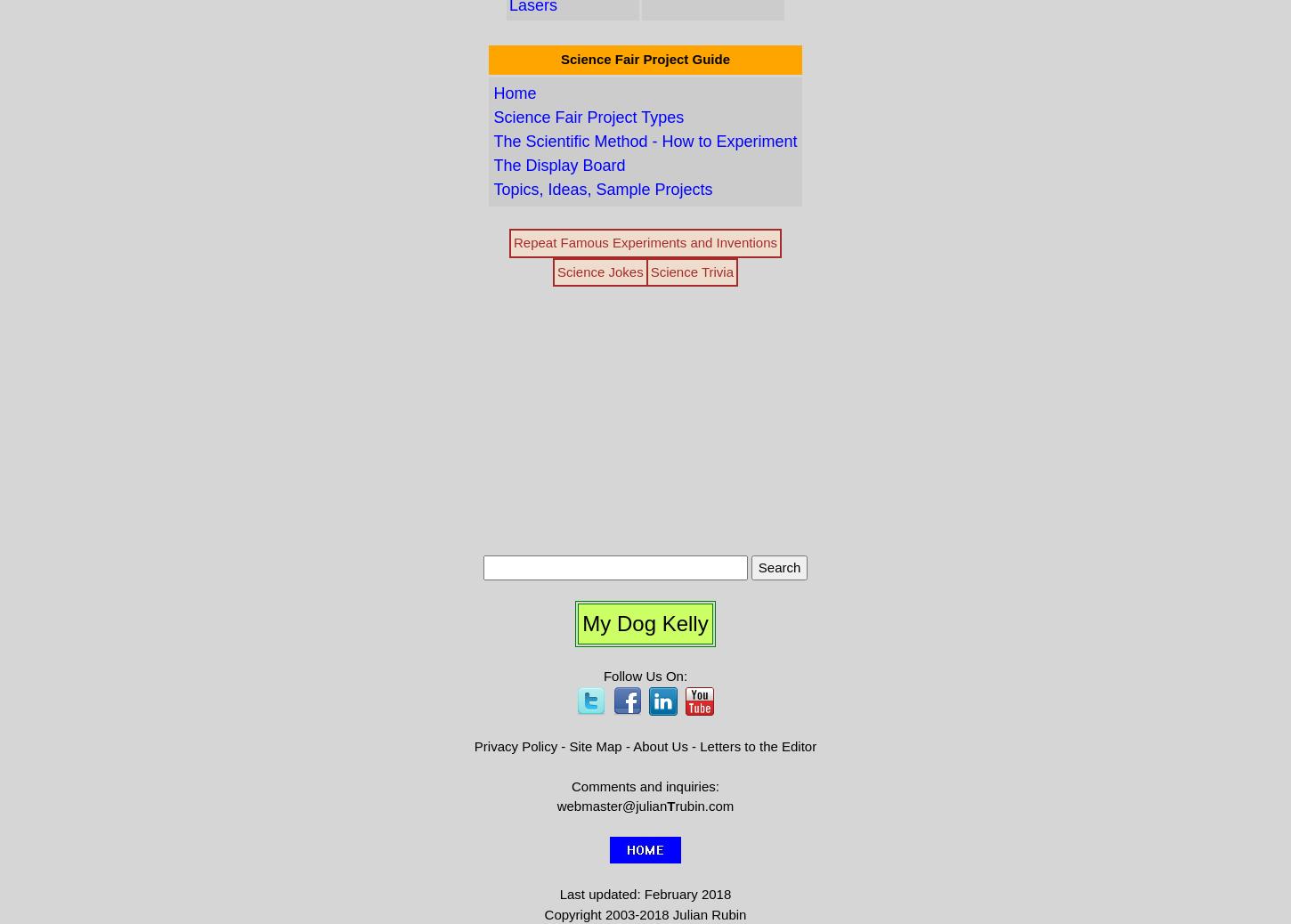 The width and height of the screenshot is (1291, 924). What do you see at coordinates (644, 675) in the screenshot?
I see `'Follow Us On:'` at bounding box center [644, 675].